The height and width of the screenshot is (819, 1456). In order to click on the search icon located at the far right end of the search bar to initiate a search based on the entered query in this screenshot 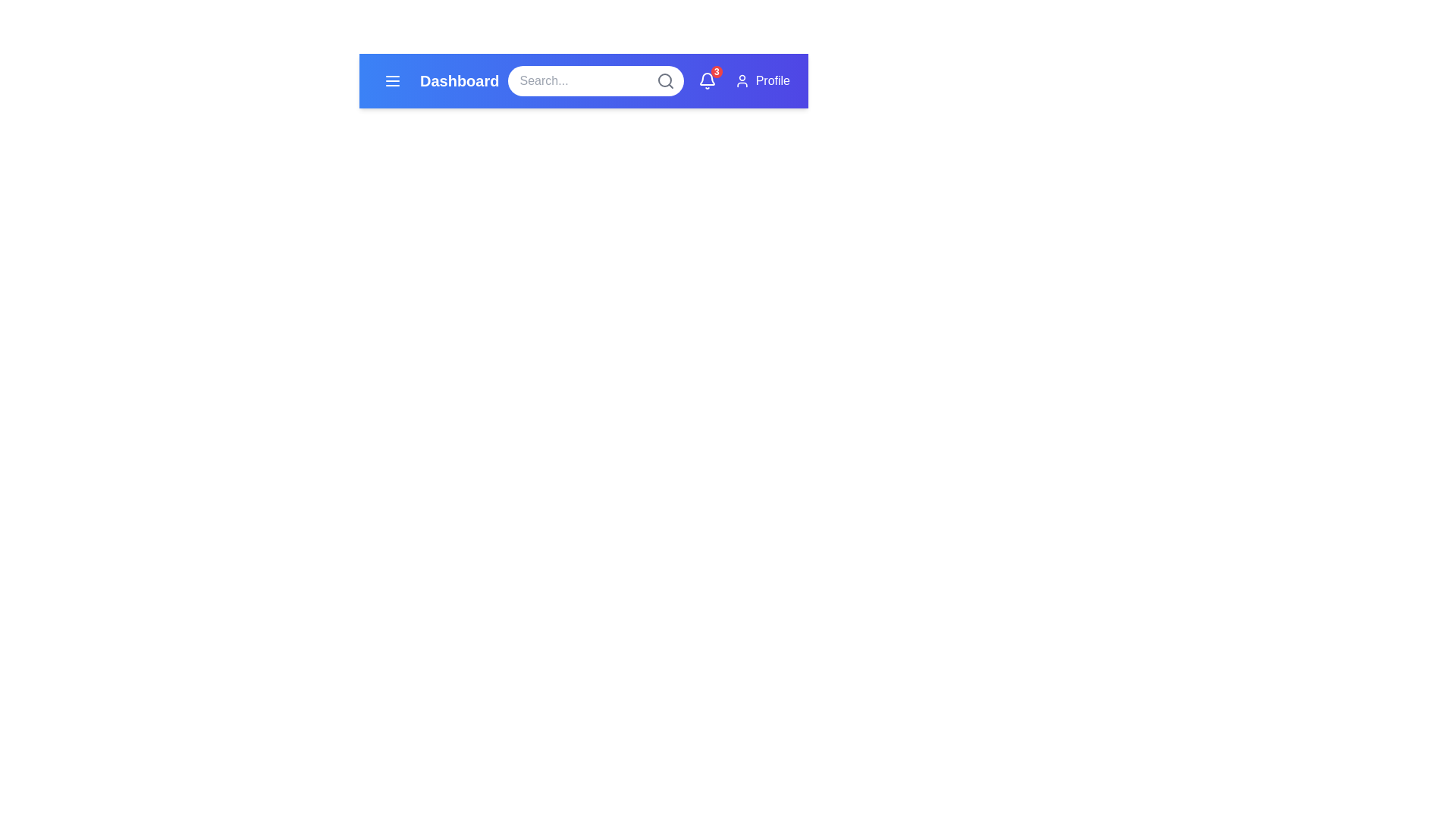, I will do `click(665, 81)`.